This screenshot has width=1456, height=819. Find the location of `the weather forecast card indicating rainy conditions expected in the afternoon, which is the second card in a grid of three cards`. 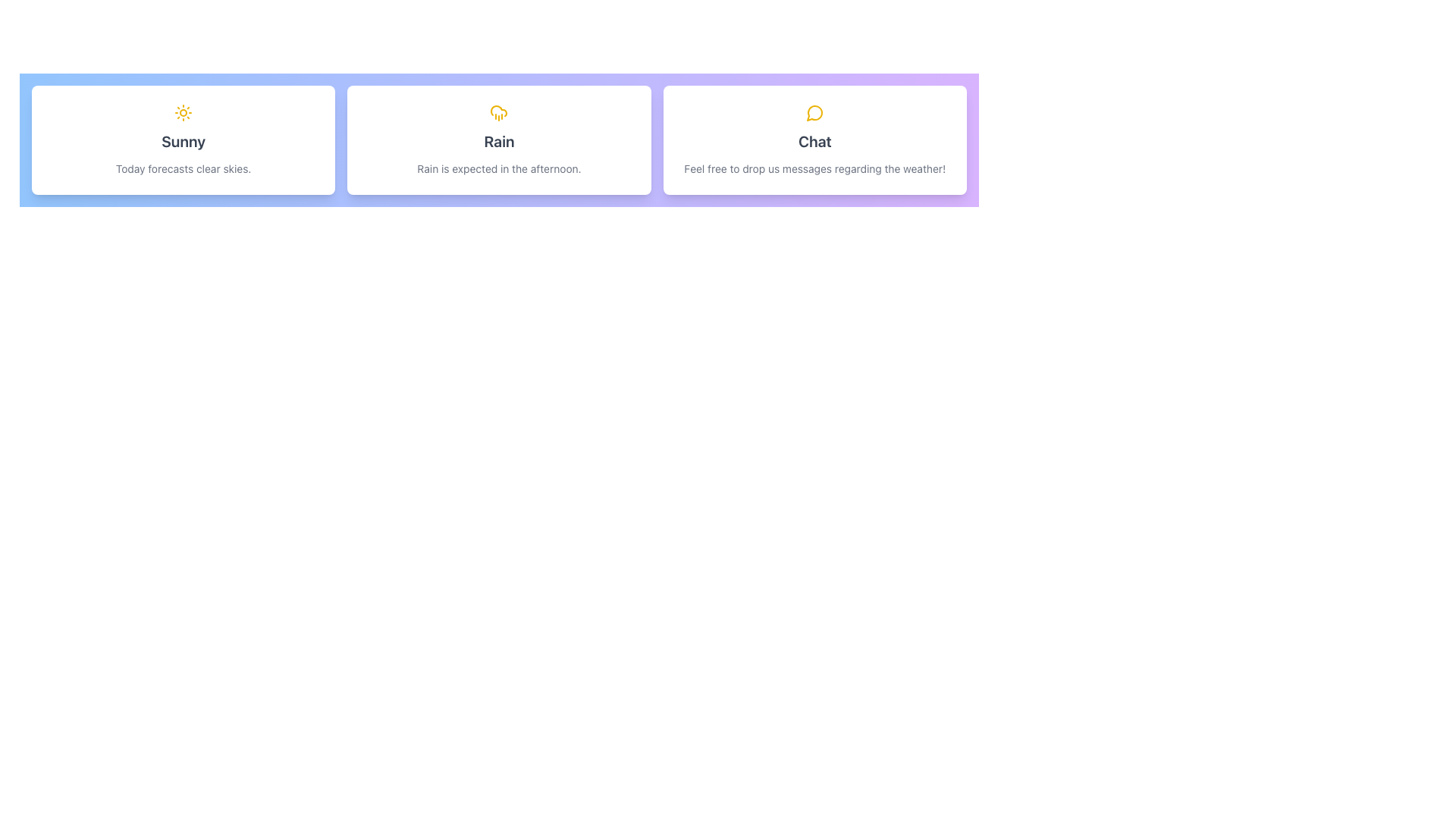

the weather forecast card indicating rainy conditions expected in the afternoon, which is the second card in a grid of three cards is located at coordinates (499, 140).